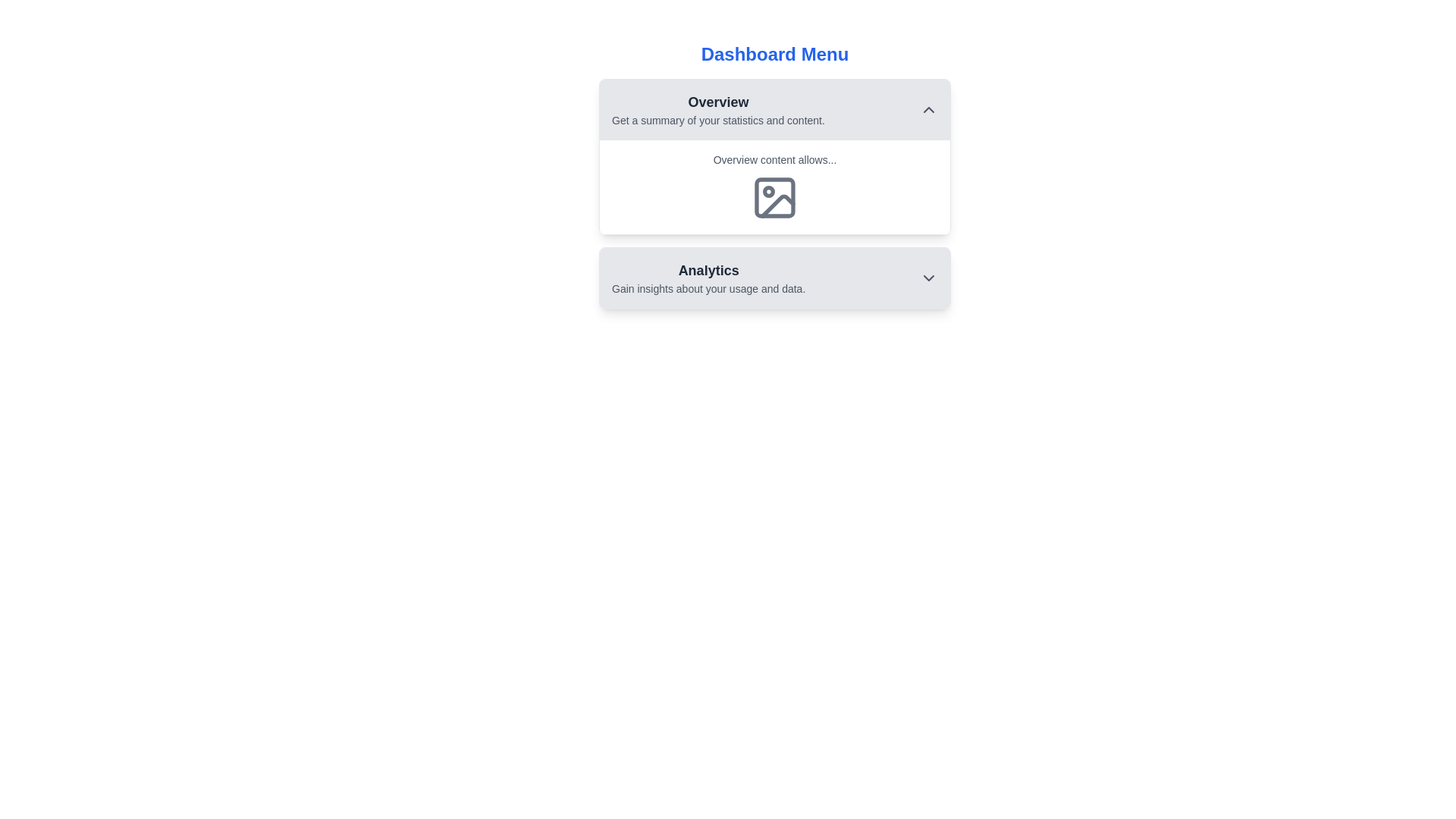  I want to click on text from the Collapsible section header that provides an overview of statistical data and content summaries, which toggles visibility for additional content below it, so click(775, 109).